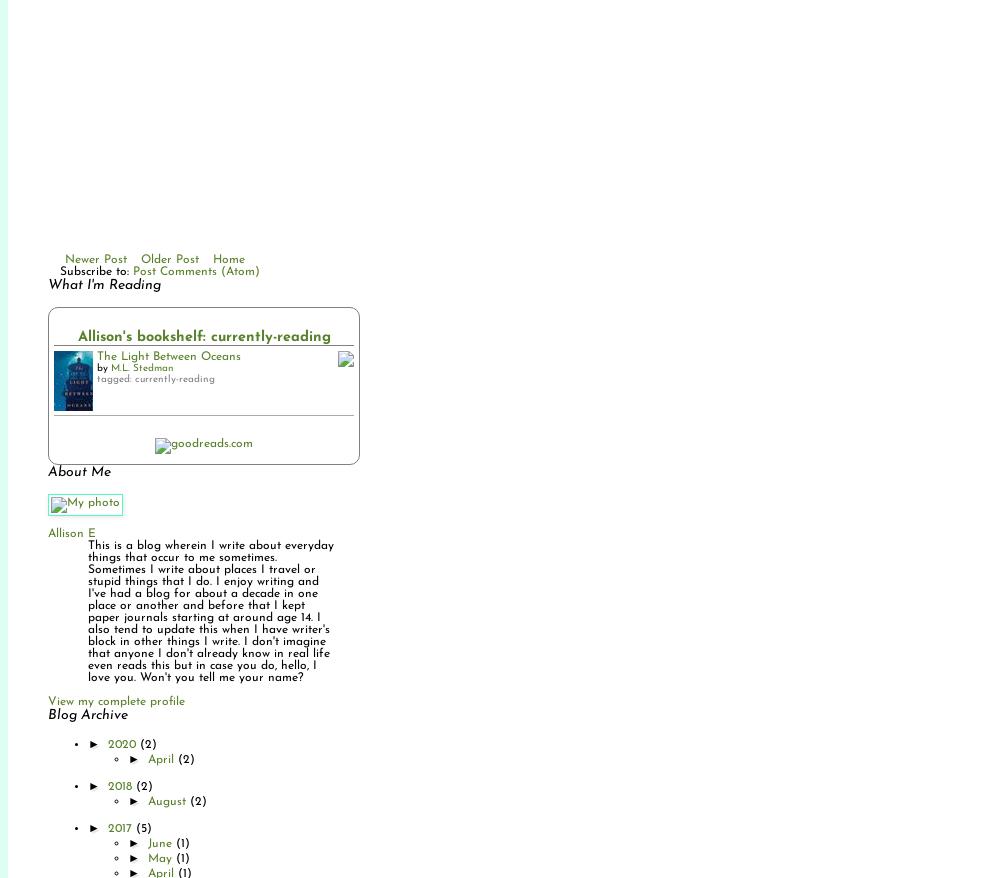 The width and height of the screenshot is (988, 878). I want to click on 'Post Comments (Atom)', so click(131, 271).